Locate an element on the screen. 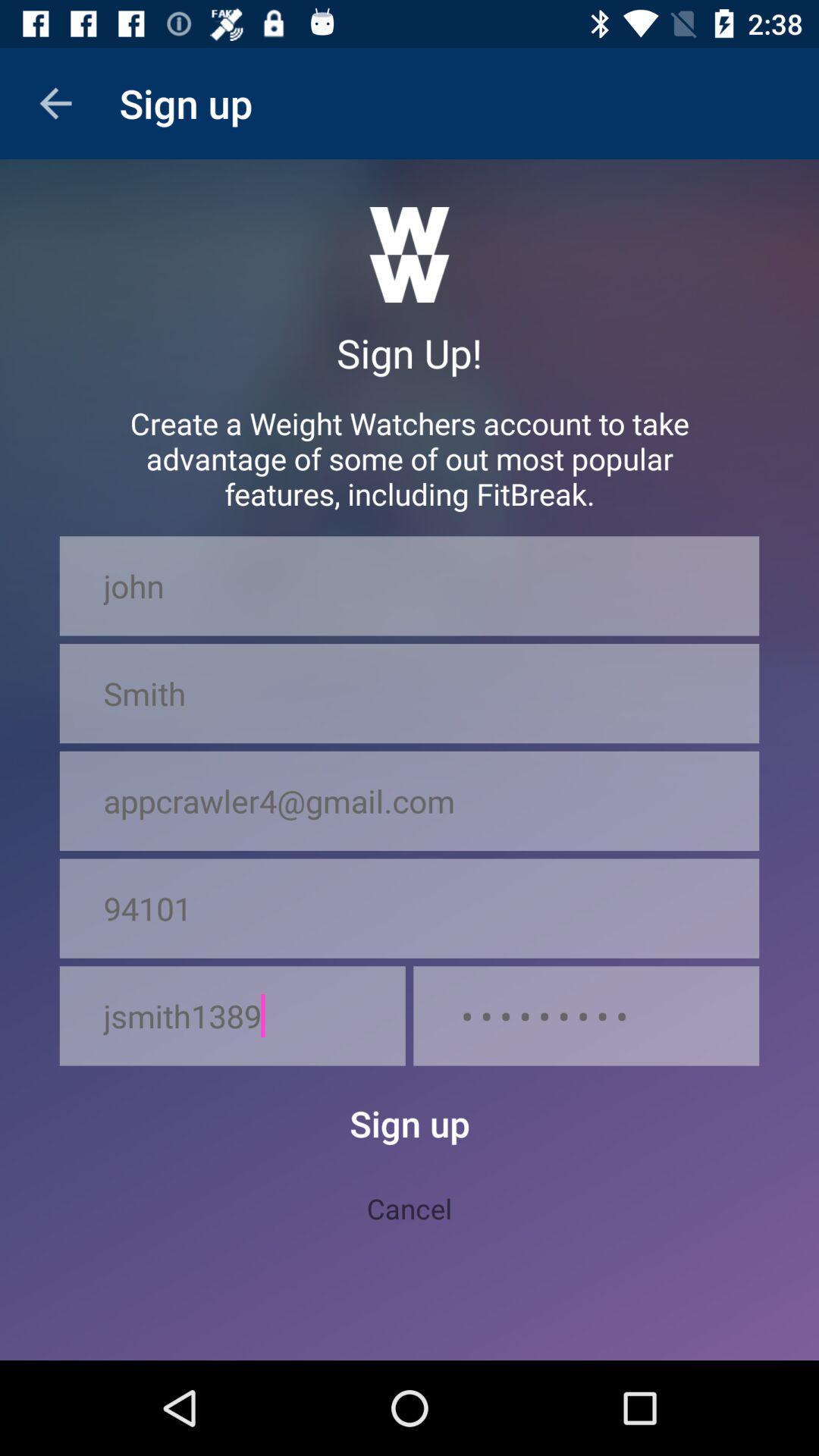 This screenshot has height=1456, width=819. the jsmith1389 icon is located at coordinates (232, 1015).